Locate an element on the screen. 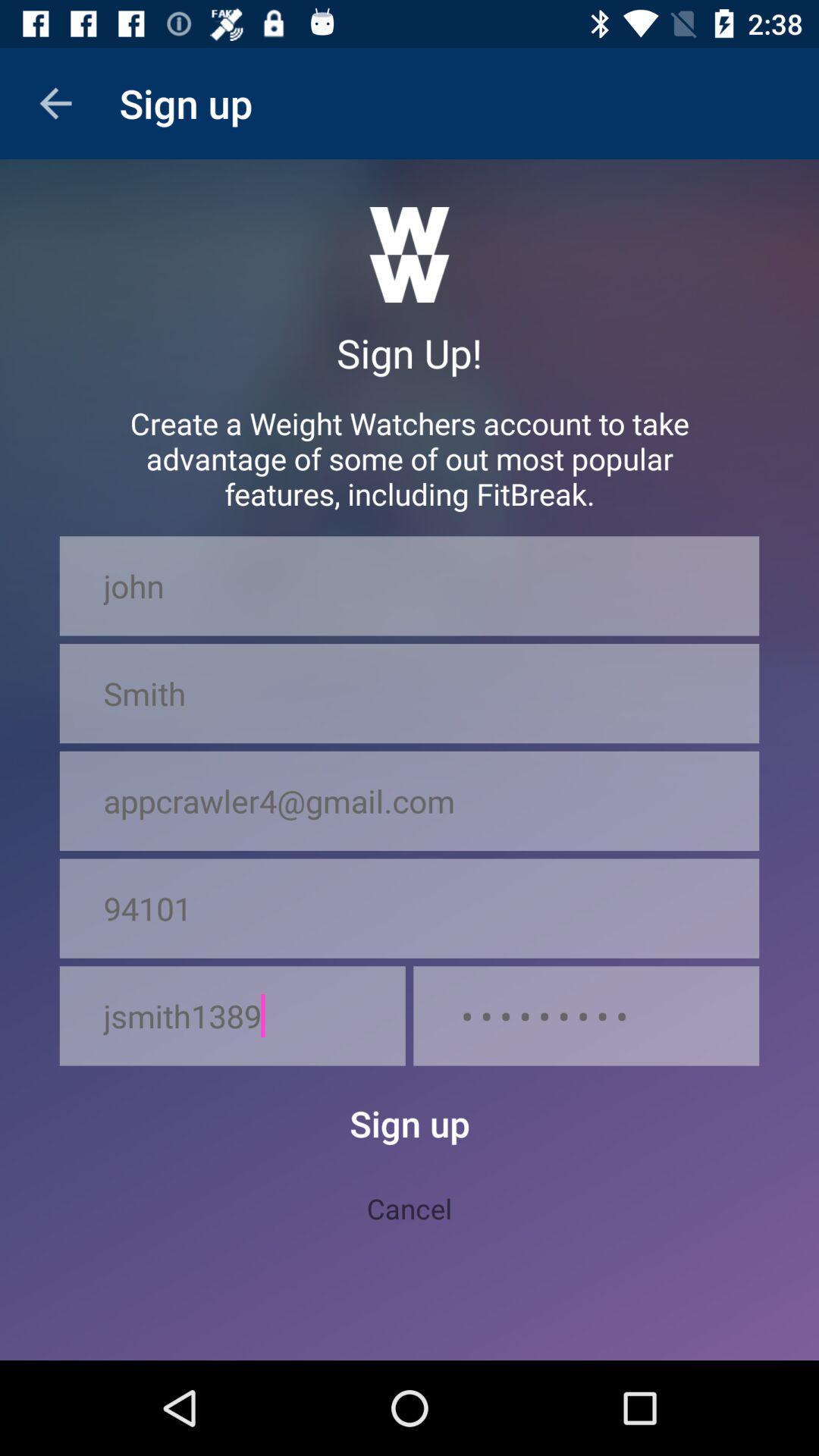 This screenshot has height=1456, width=819. the jsmith1389 icon is located at coordinates (232, 1015).